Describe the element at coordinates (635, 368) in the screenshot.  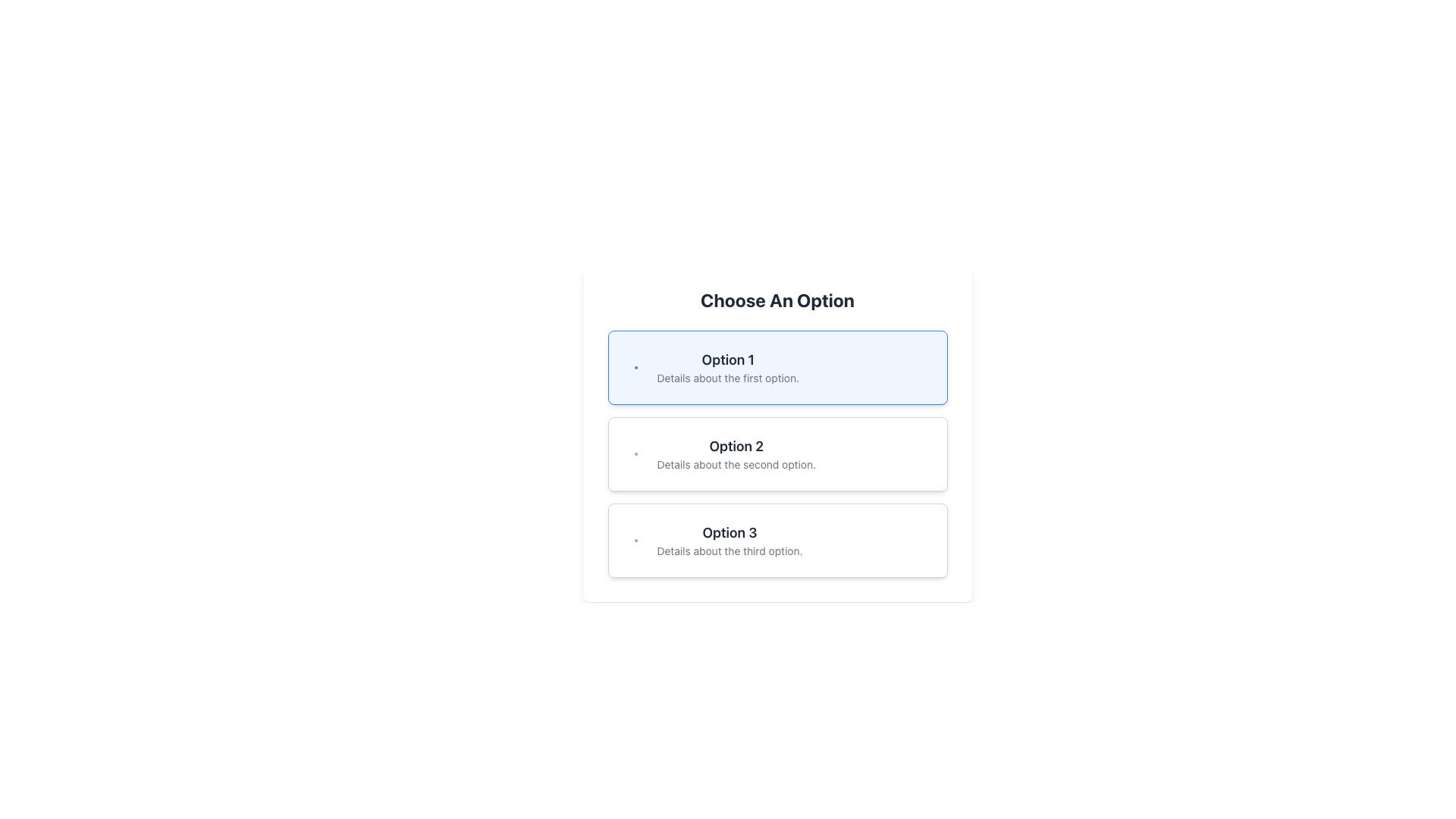
I see `the decorative icon located at the top-left corner of the card labeled 'Option 1', adjacent to the text content` at that location.